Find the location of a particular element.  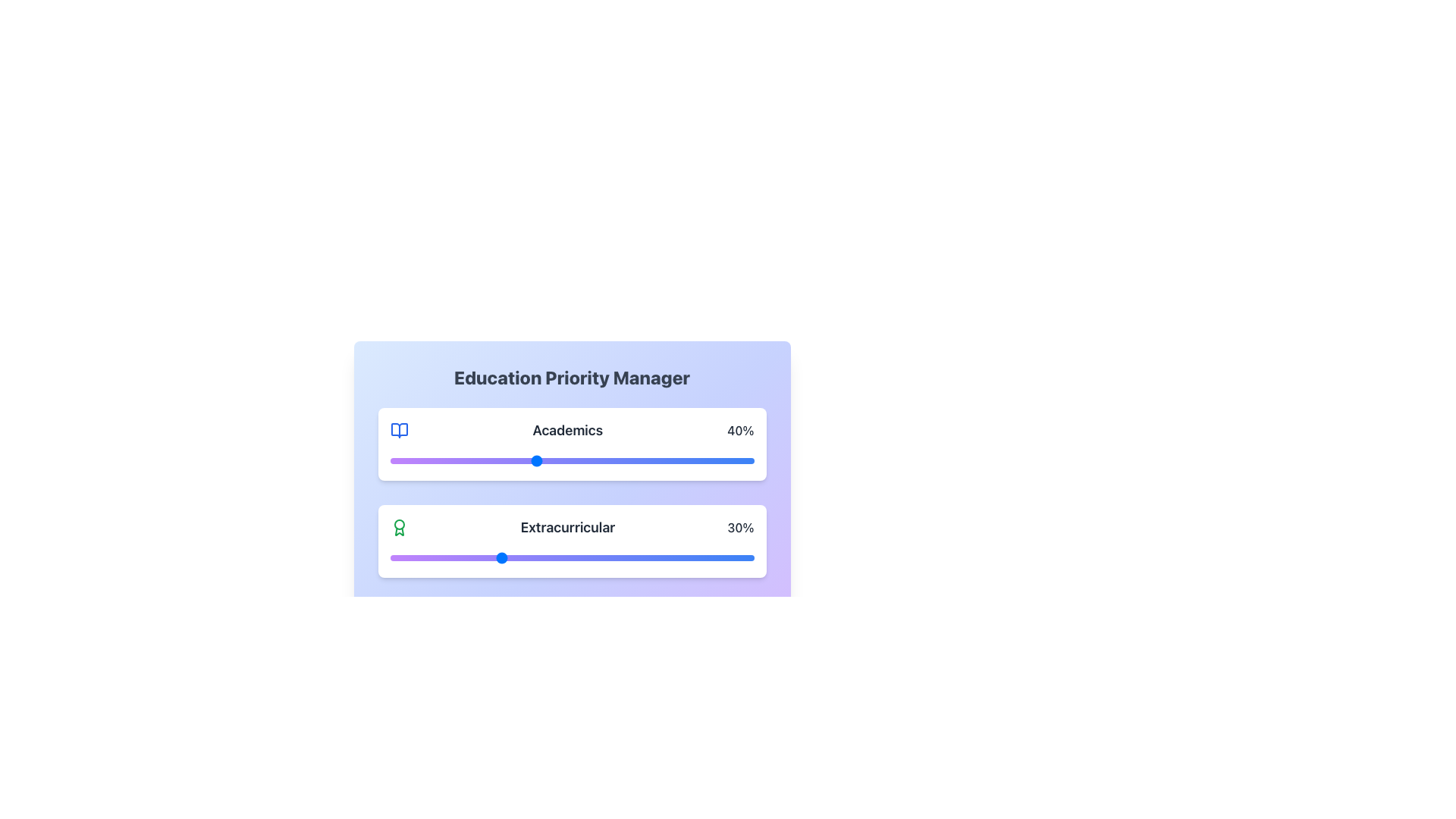

'Extracurricular' value is located at coordinates (652, 558).